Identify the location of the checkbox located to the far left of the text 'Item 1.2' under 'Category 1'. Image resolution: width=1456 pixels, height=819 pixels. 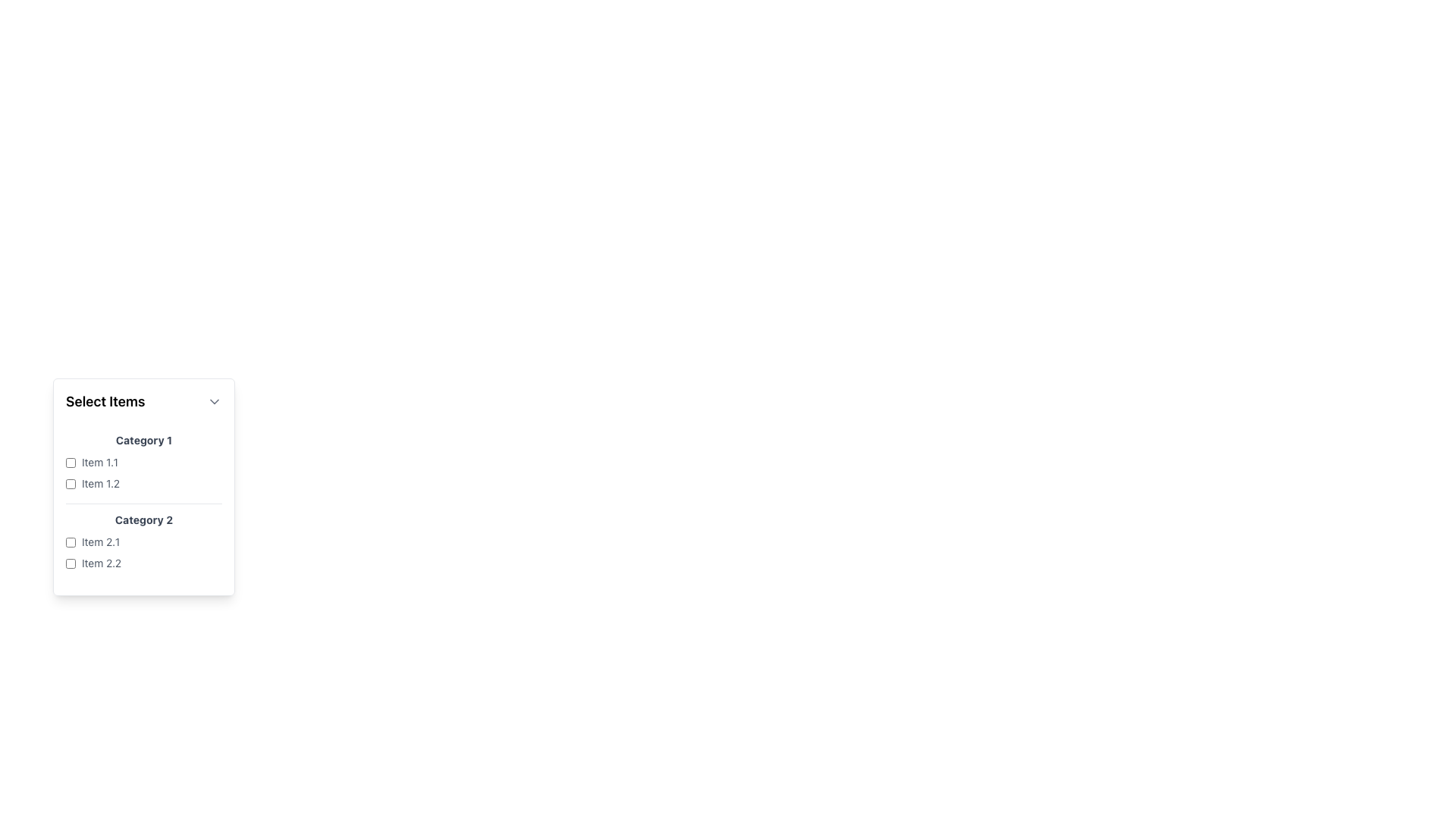
(70, 483).